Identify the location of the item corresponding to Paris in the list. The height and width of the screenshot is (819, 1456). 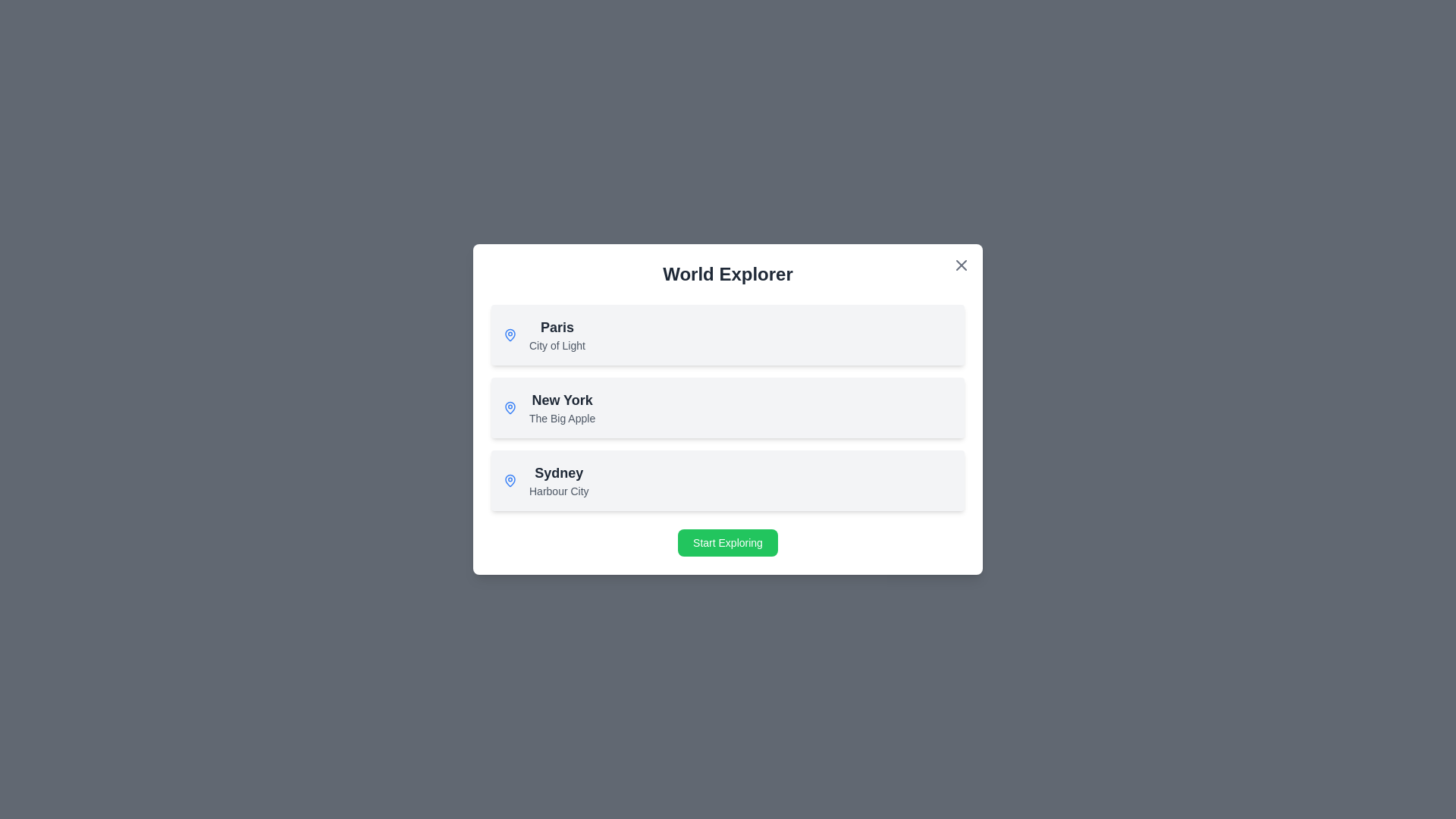
(728, 334).